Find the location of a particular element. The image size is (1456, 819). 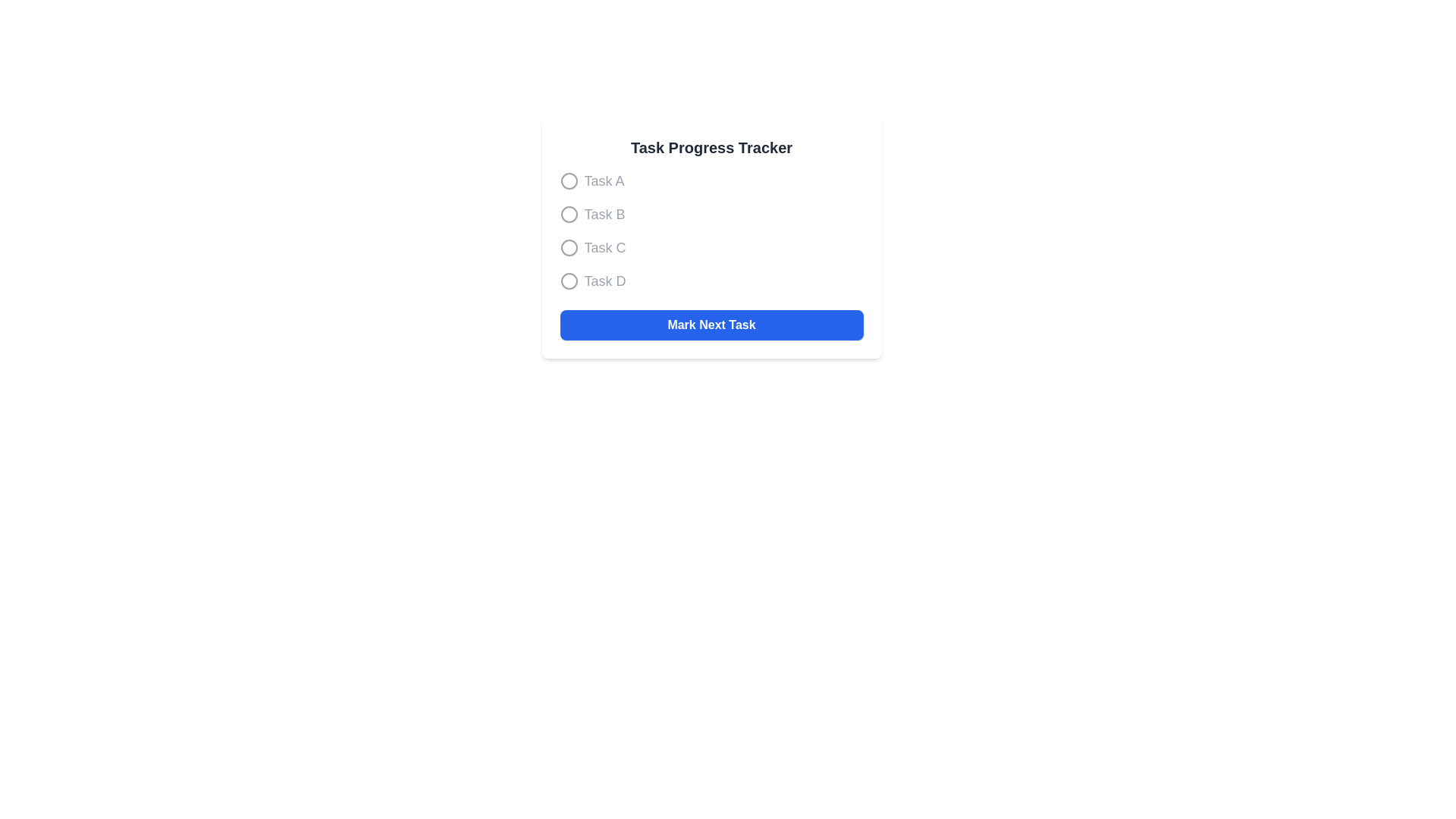

the non-interactive SVG circle element that visually represents the task's state for 'Task A' in the task tracker interface is located at coordinates (568, 180).